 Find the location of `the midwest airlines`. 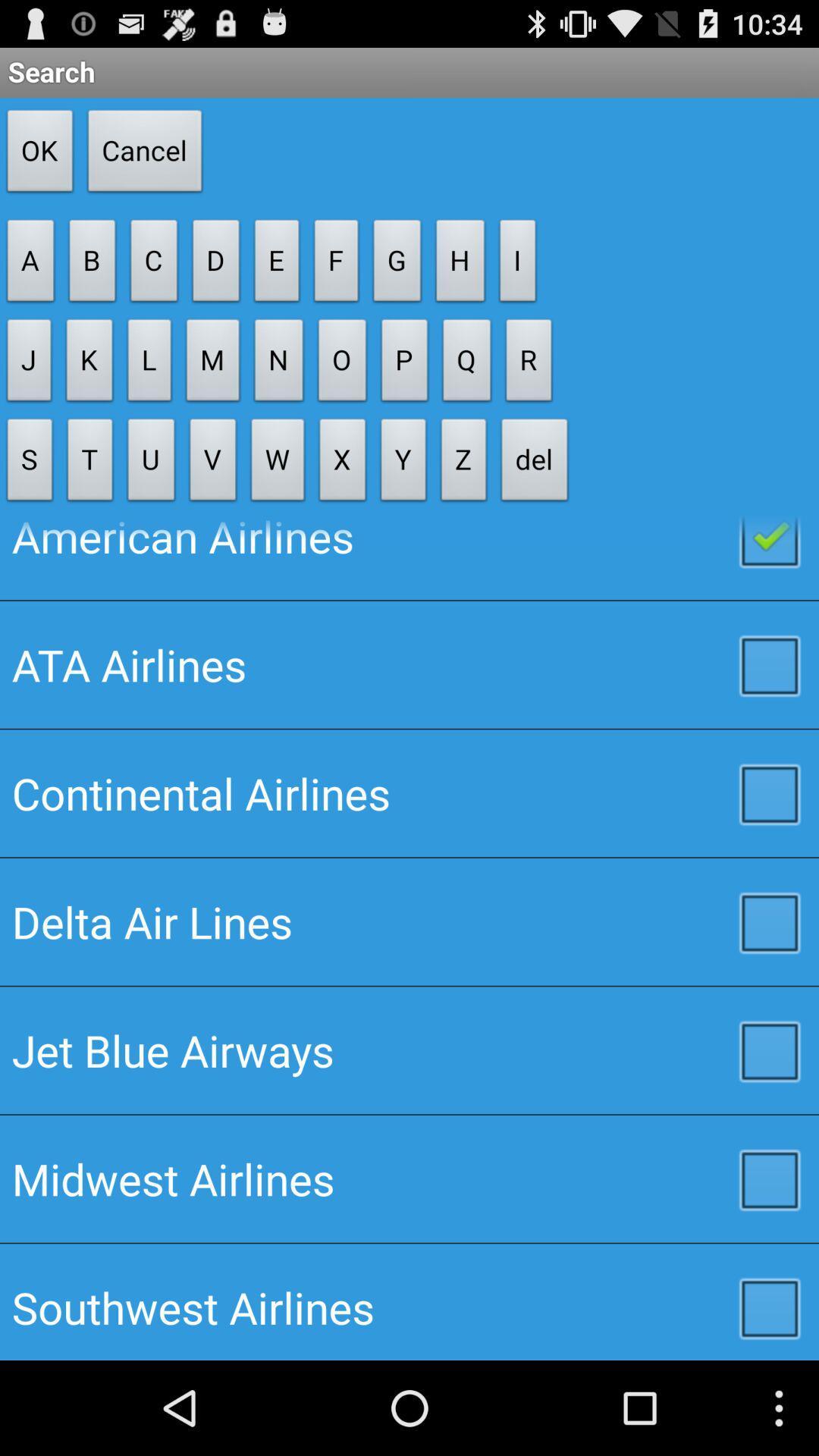

the midwest airlines is located at coordinates (409, 1178).